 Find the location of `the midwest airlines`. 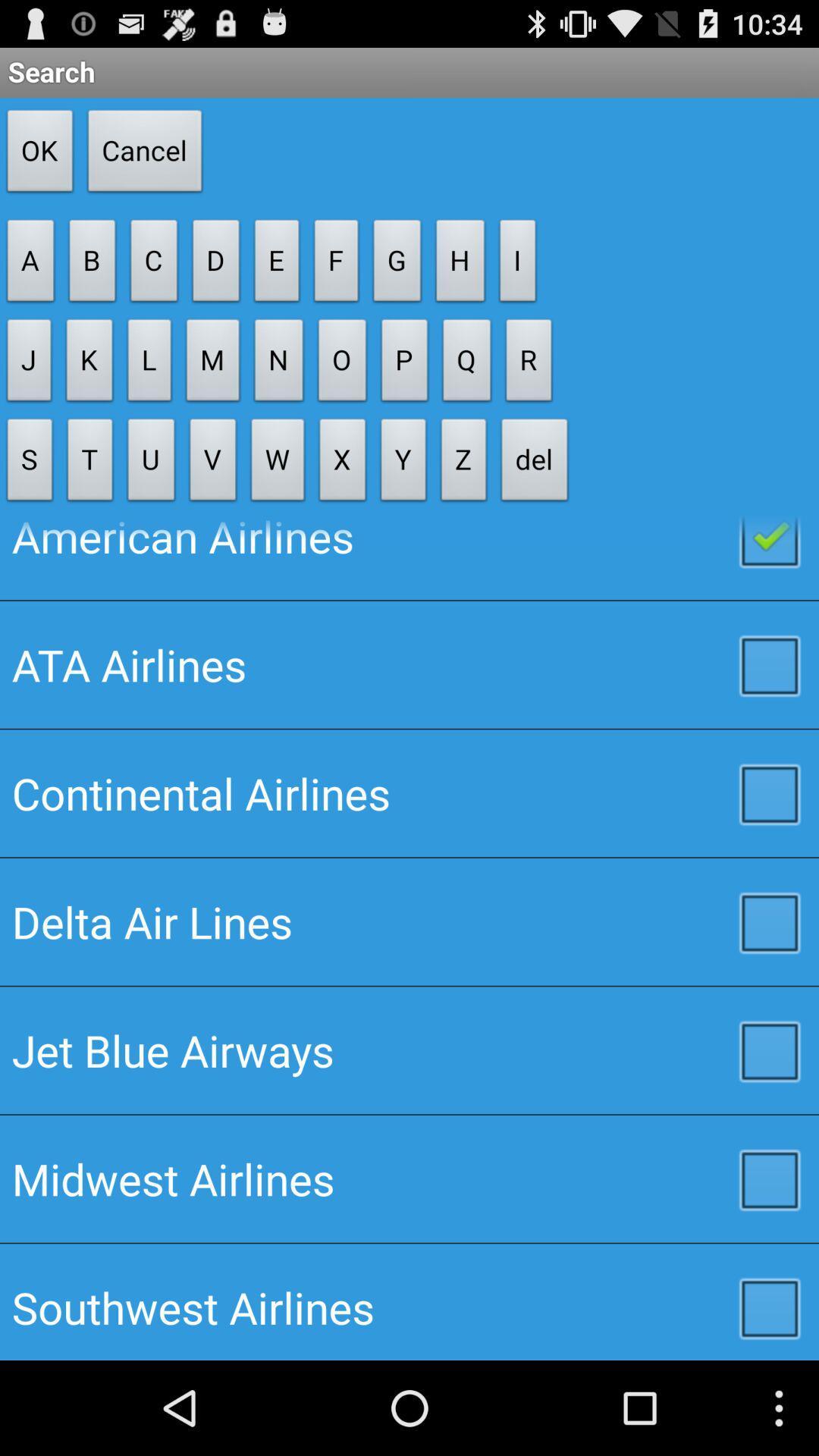

the midwest airlines is located at coordinates (409, 1178).